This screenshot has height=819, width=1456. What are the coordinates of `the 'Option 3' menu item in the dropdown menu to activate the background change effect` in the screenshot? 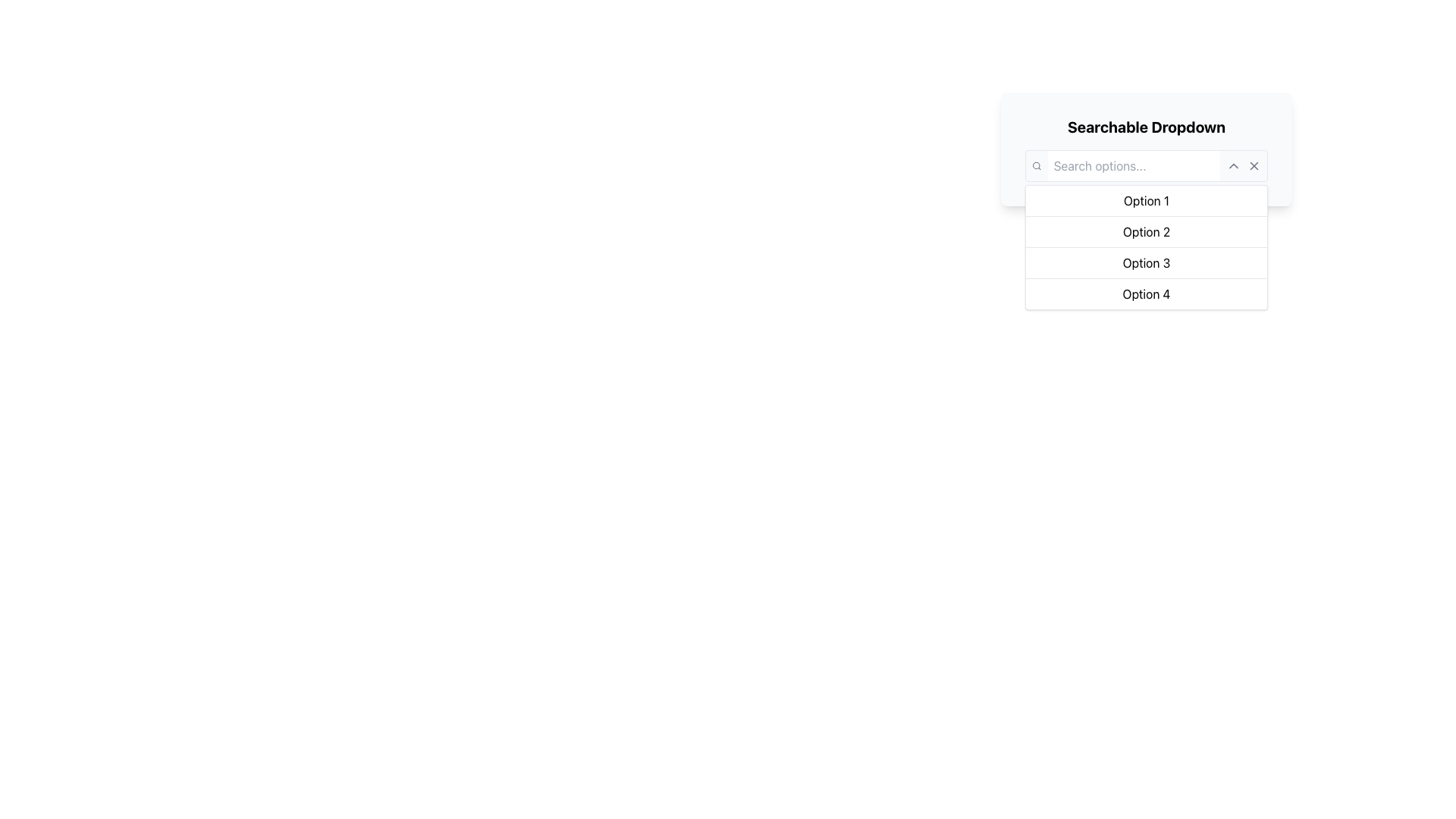 It's located at (1147, 262).